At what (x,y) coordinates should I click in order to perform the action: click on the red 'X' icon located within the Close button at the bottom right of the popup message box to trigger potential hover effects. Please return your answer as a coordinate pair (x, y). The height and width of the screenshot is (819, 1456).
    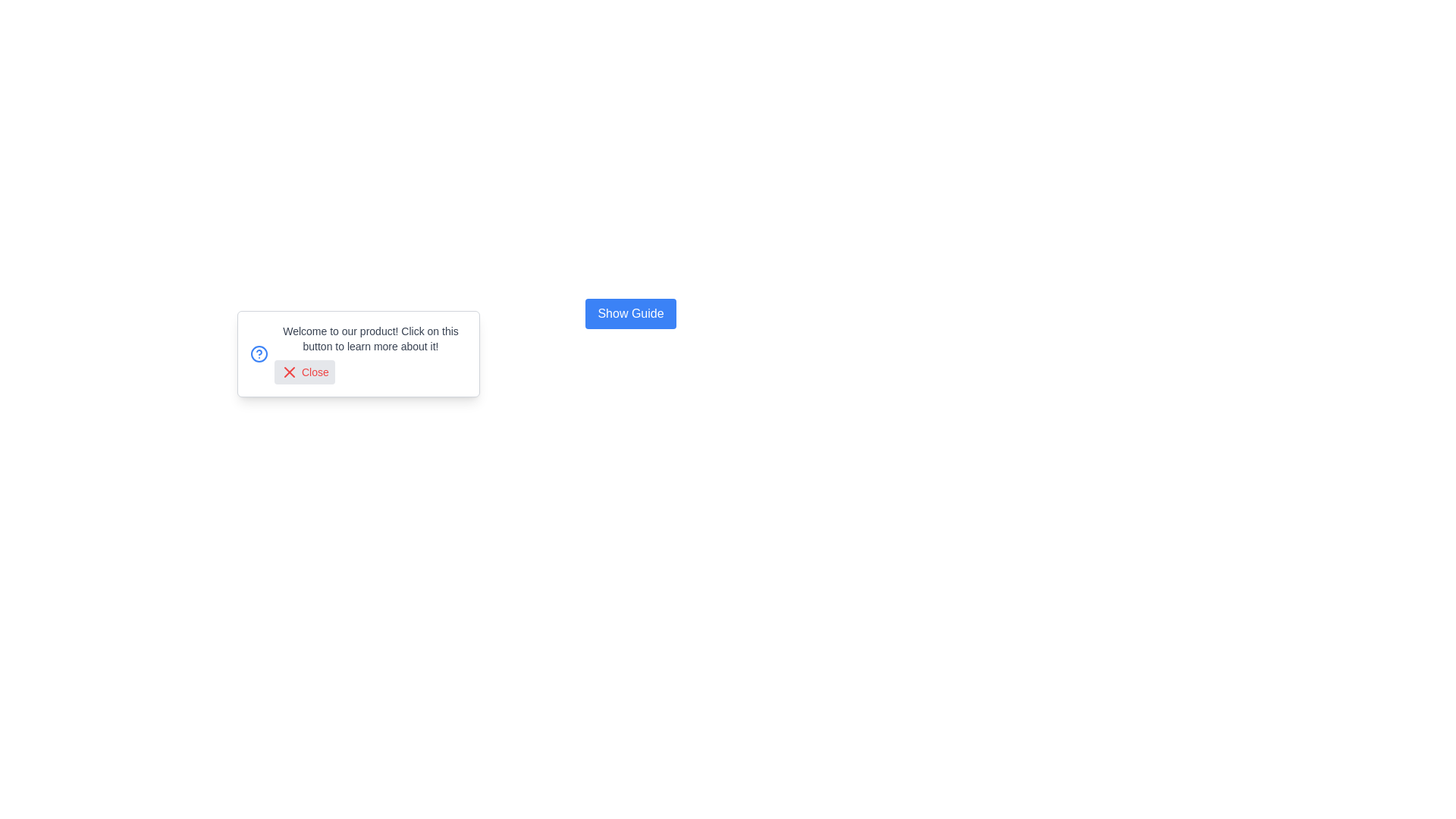
    Looking at the image, I should click on (290, 372).